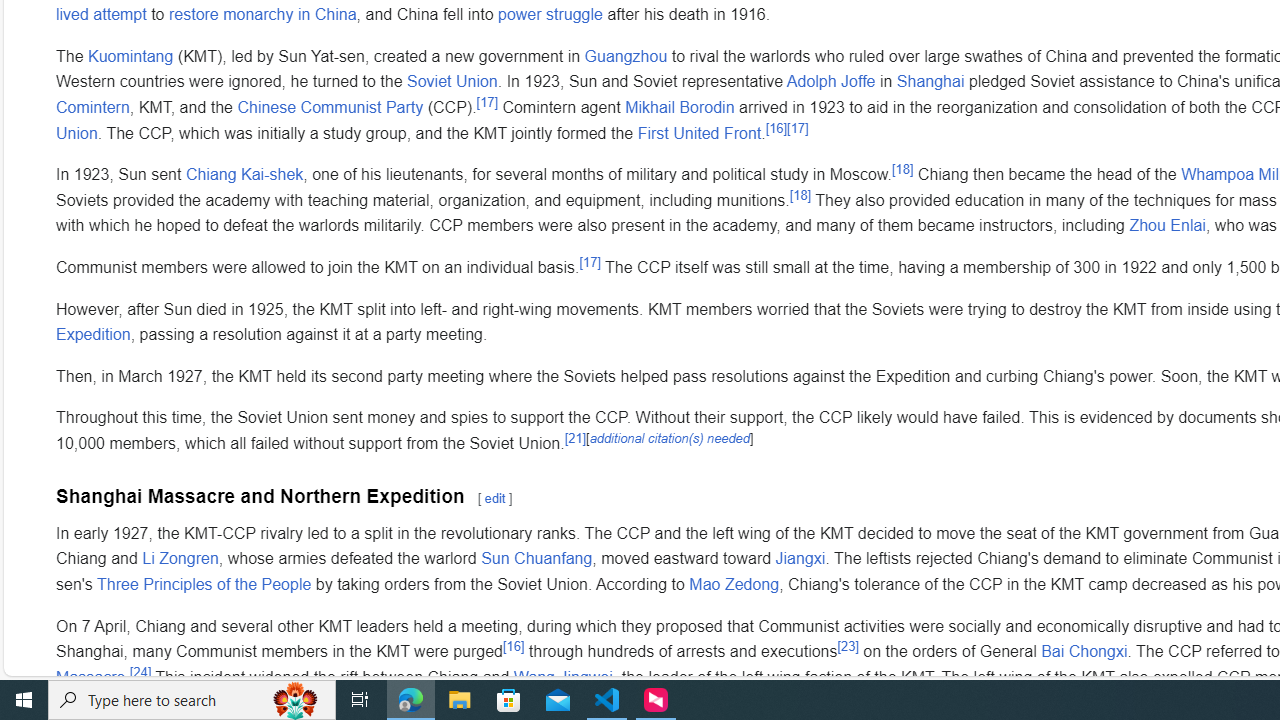 This screenshot has height=720, width=1280. Describe the element at coordinates (679, 108) in the screenshot. I see `'Mikhail Borodin'` at that location.